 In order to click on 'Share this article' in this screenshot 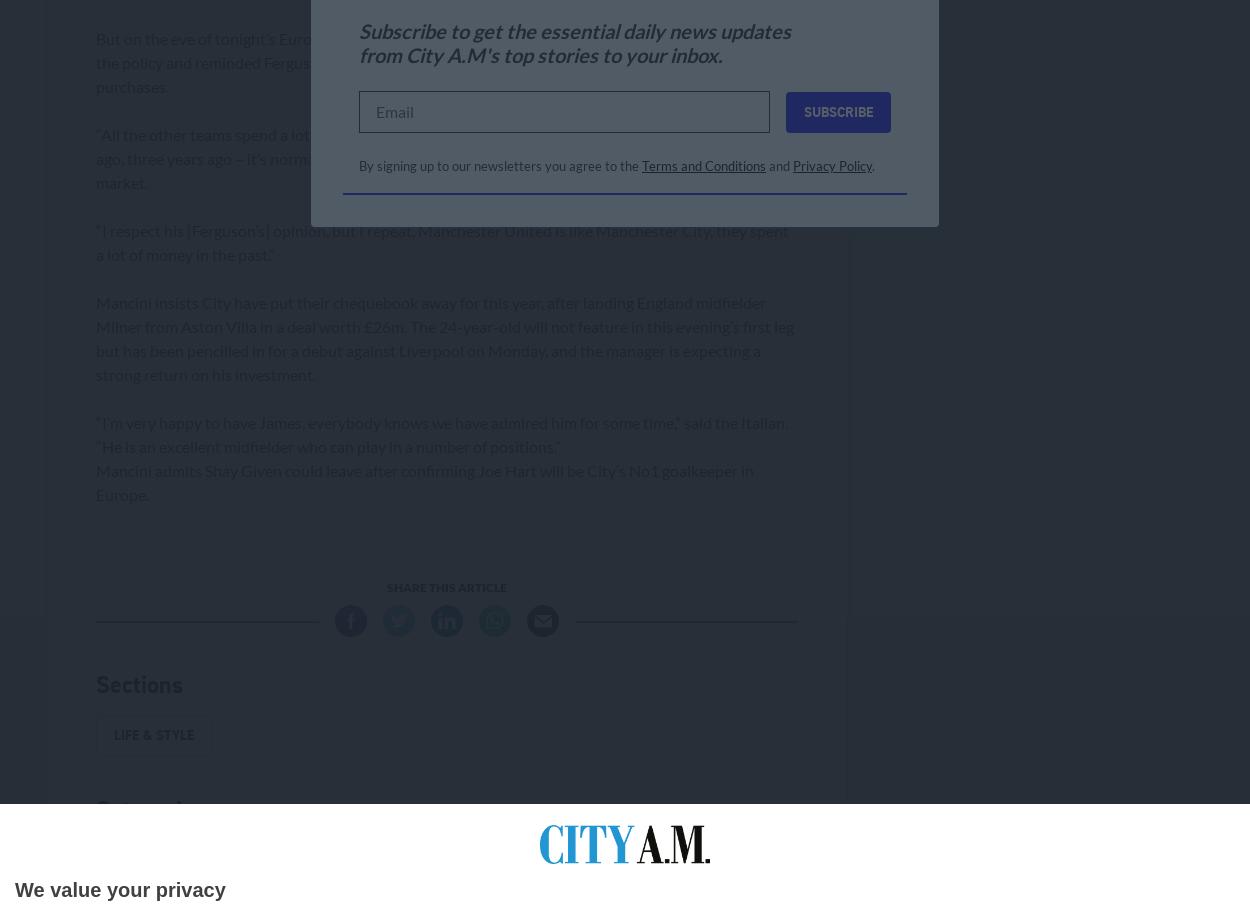, I will do `click(445, 586)`.